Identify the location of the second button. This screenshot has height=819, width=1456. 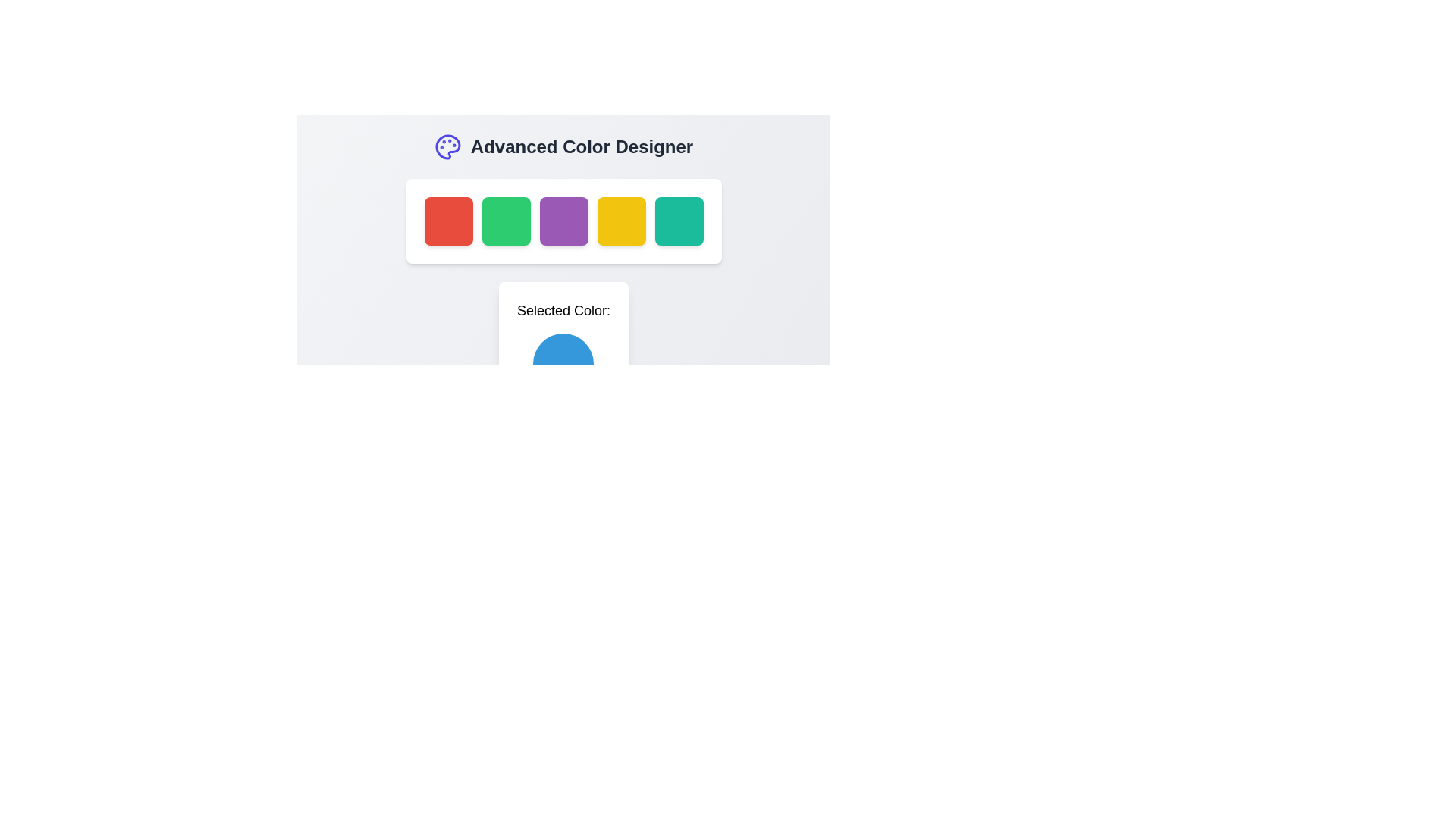
(506, 221).